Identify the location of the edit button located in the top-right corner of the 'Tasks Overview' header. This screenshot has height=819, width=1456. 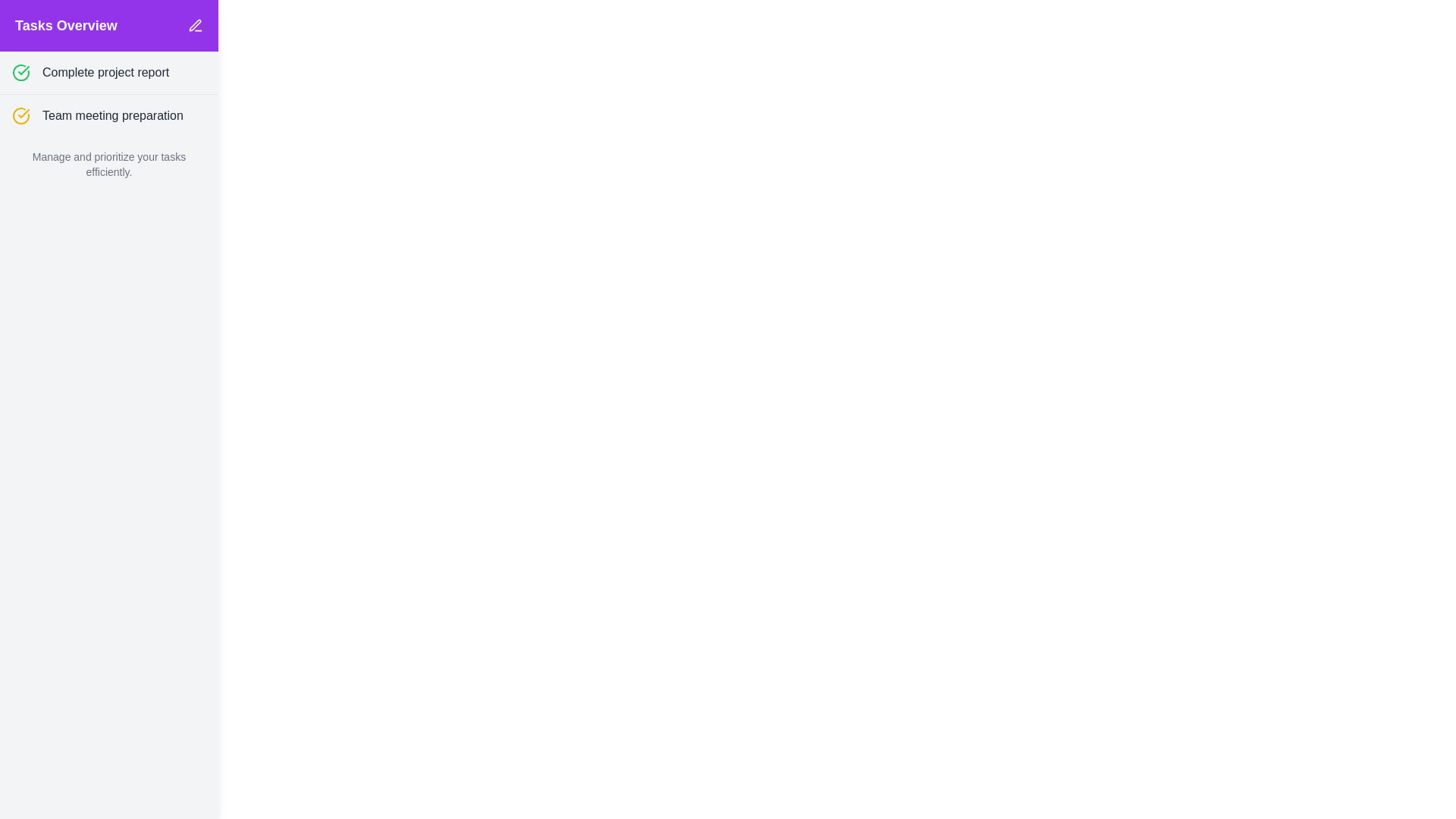
(195, 26).